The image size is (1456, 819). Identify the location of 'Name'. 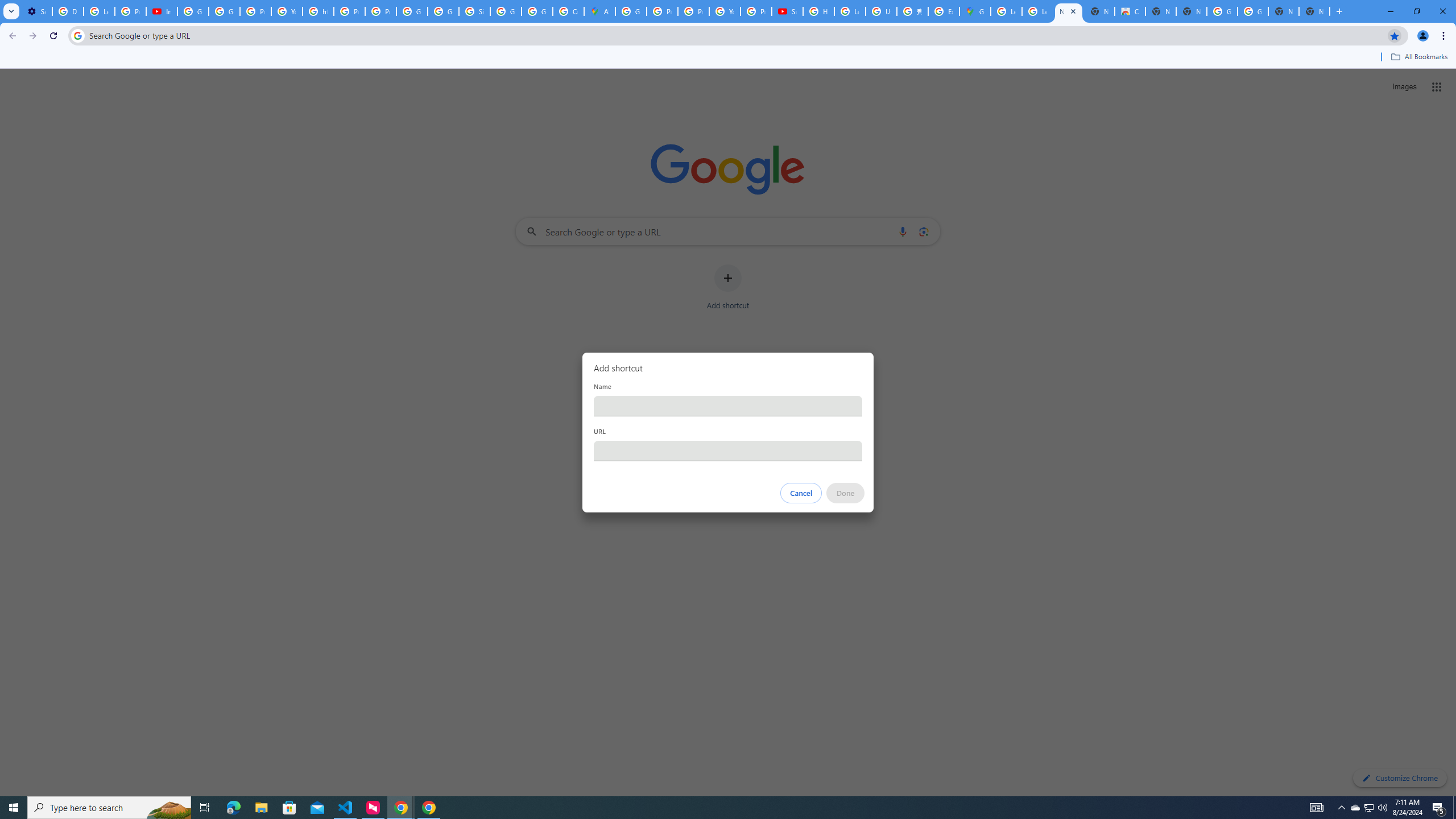
(728, 405).